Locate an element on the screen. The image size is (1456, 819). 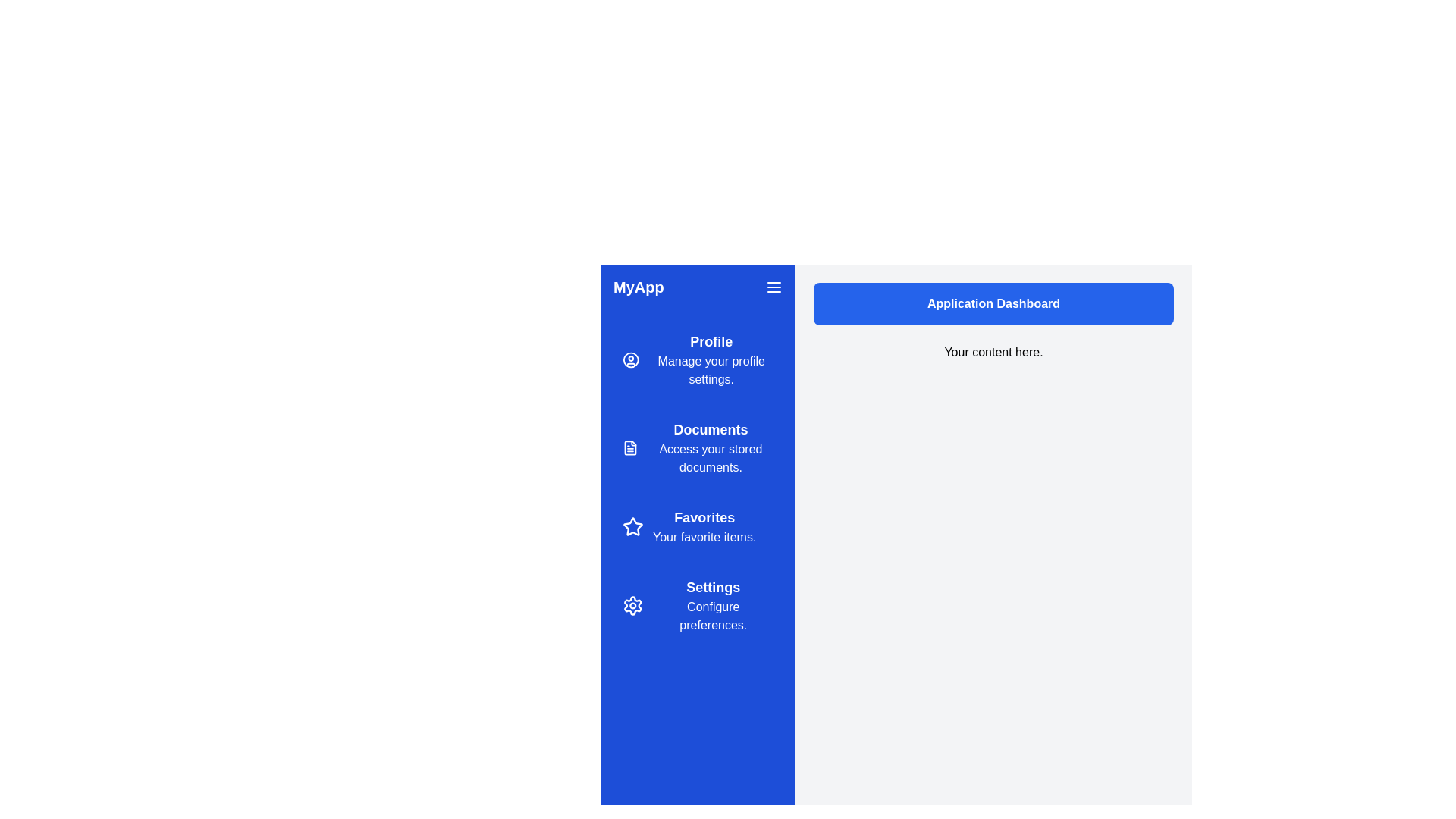
the navigation item Settings from the drawer is located at coordinates (698, 604).